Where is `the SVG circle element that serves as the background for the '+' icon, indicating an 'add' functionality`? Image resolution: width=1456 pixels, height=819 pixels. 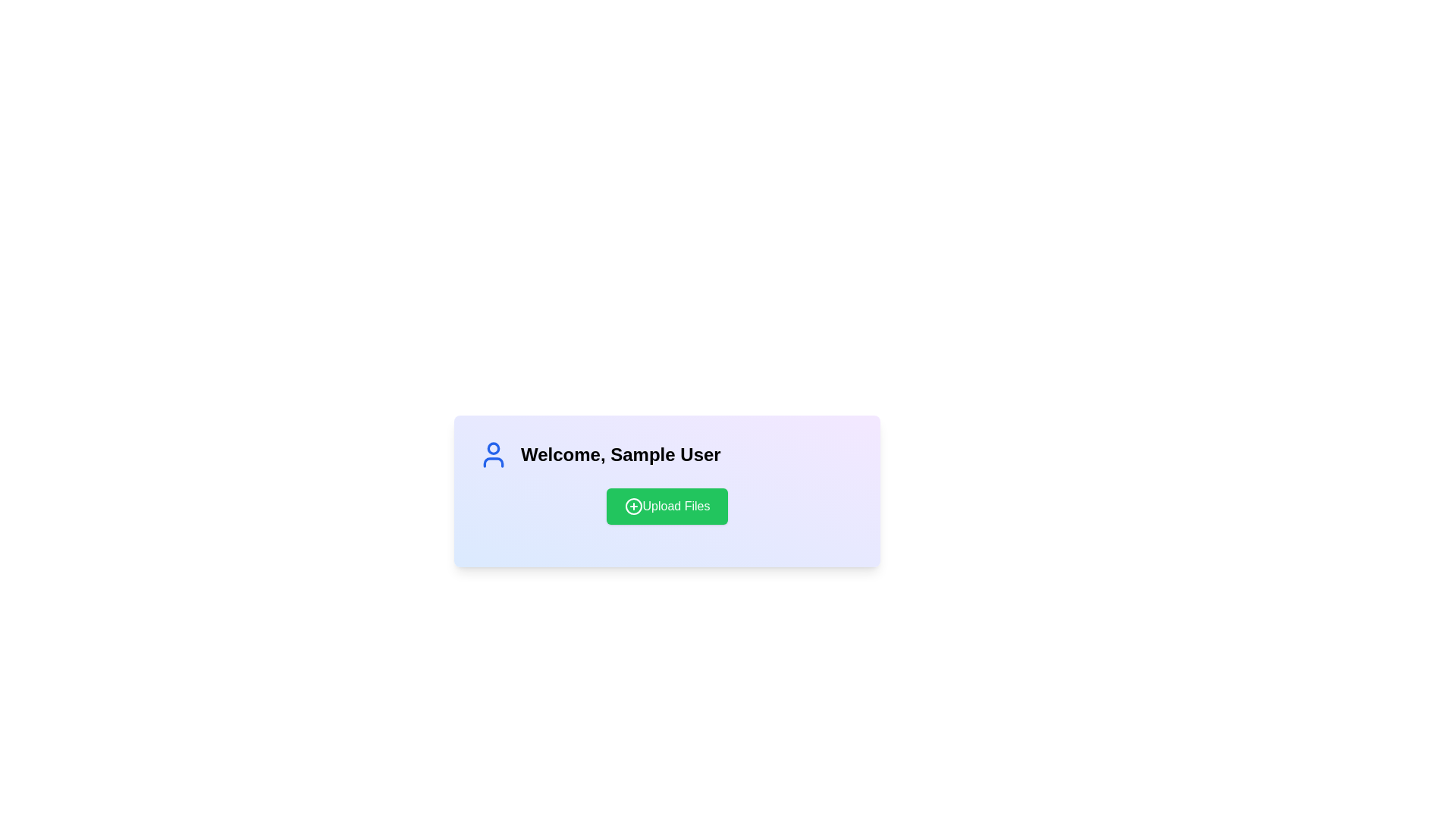 the SVG circle element that serves as the background for the '+' icon, indicating an 'add' functionality is located at coordinates (633, 506).